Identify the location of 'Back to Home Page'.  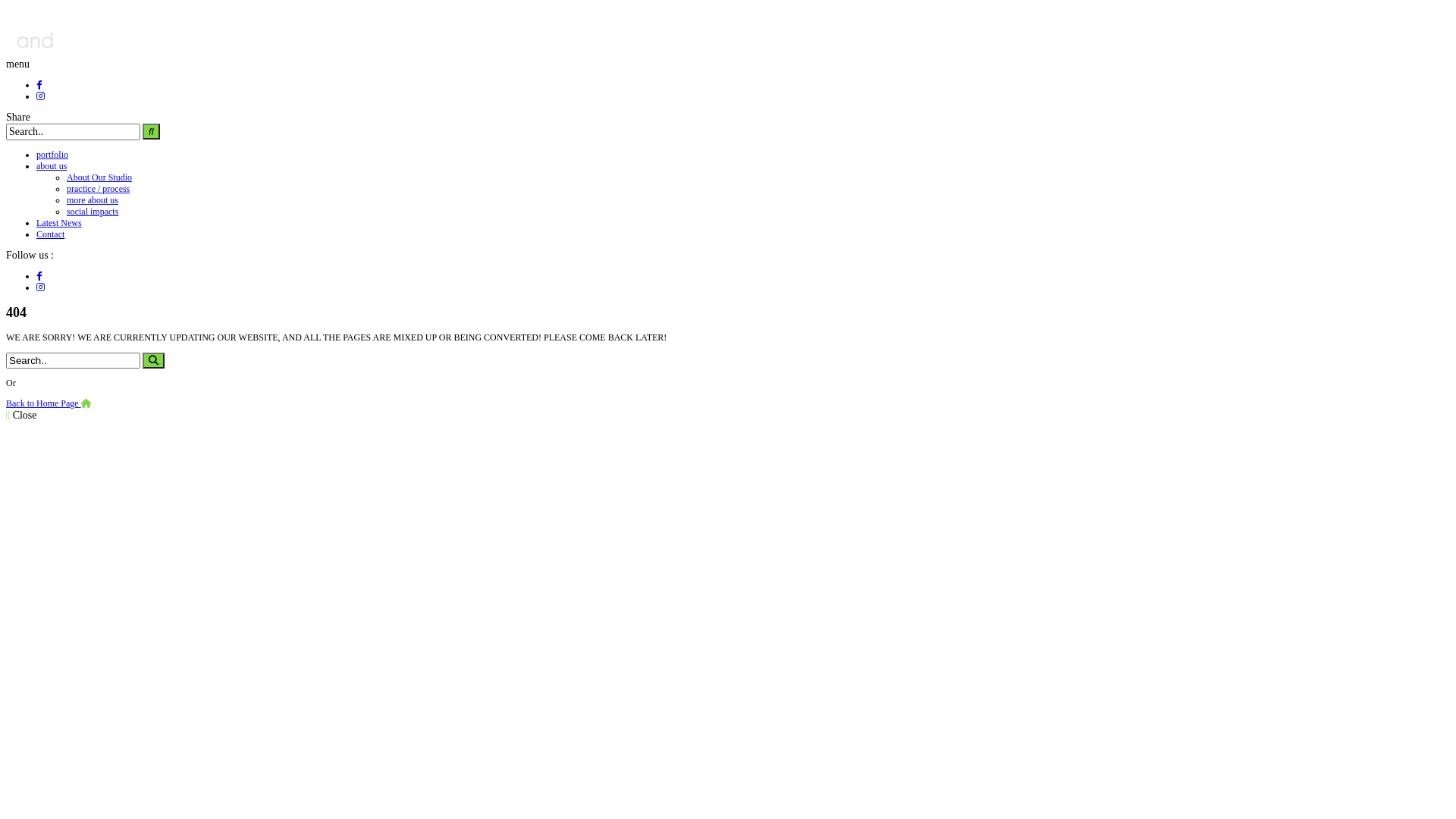
(49, 403).